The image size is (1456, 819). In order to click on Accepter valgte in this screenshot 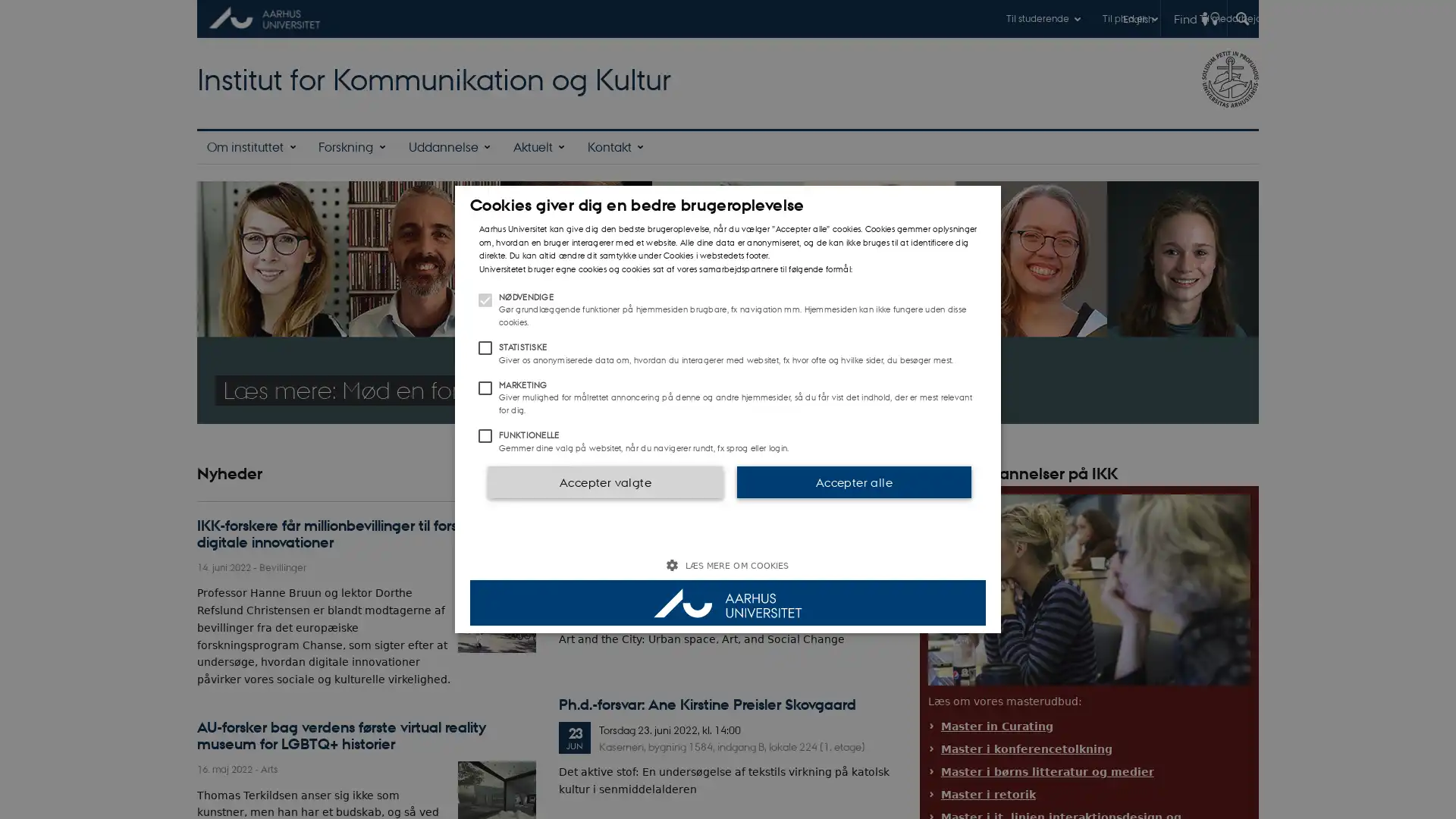, I will do `click(604, 482)`.